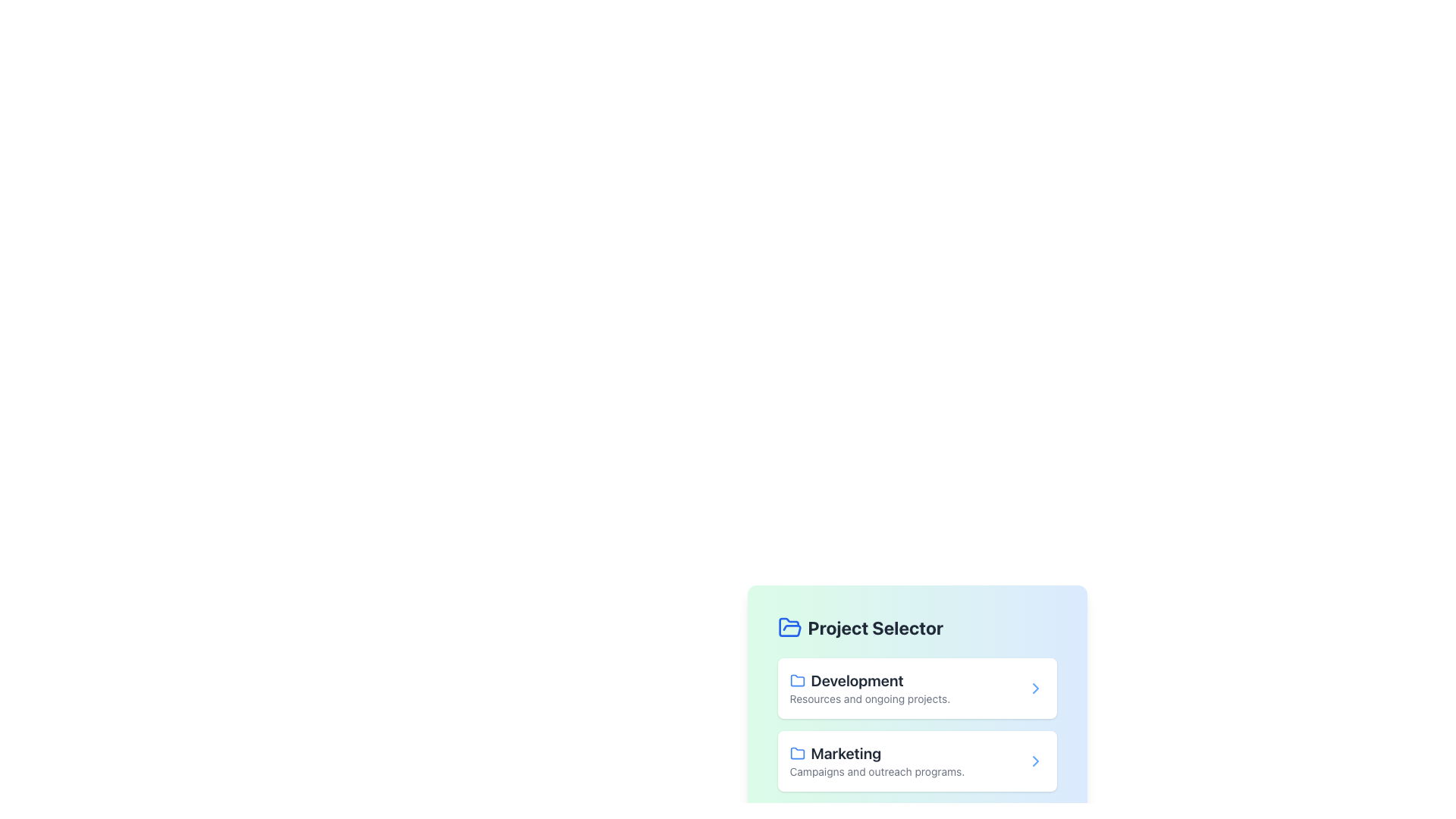 This screenshot has width=1456, height=819. What do you see at coordinates (877, 772) in the screenshot?
I see `the text element that reads 'Campaigns and outreach programs.' which is styled in a small font size and gray color, located below the bold 'Marketing' text in the Project Selector interface` at bounding box center [877, 772].